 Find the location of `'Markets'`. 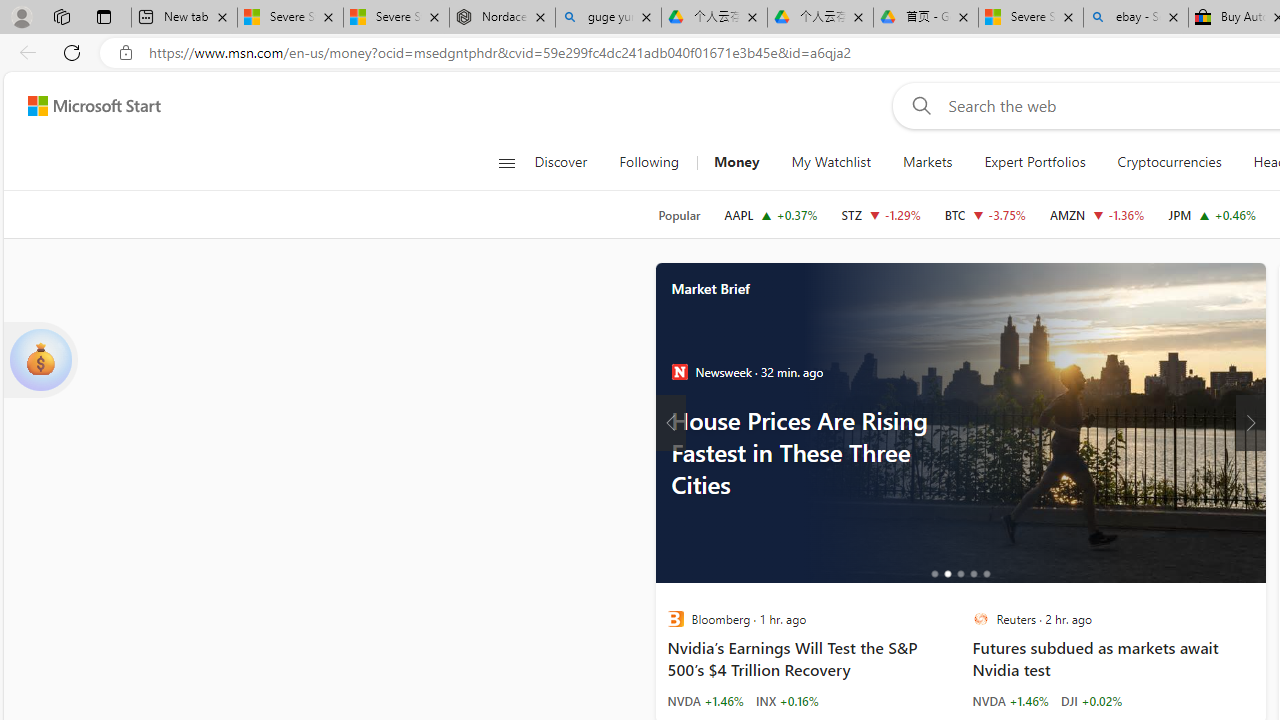

'Markets' is located at coordinates (926, 162).